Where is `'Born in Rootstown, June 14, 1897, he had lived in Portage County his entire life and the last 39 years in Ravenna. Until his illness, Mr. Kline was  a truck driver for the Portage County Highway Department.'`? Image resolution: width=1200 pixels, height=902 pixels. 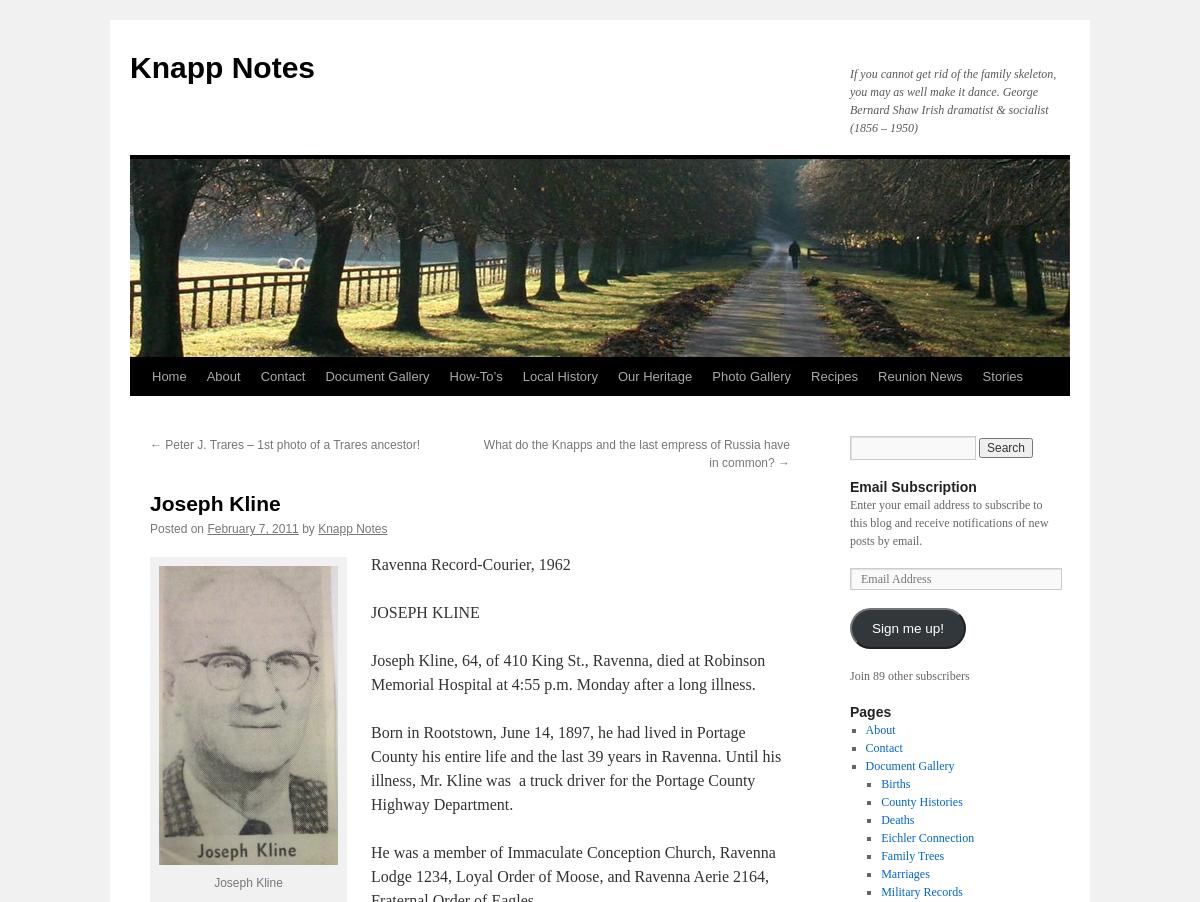
'Born in Rootstown, June 14, 1897, he had lived in Portage County his entire life and the last 39 years in Ravenna. Until his illness, Mr. Kline was  a truck driver for the Portage County Highway Department.' is located at coordinates (575, 767).